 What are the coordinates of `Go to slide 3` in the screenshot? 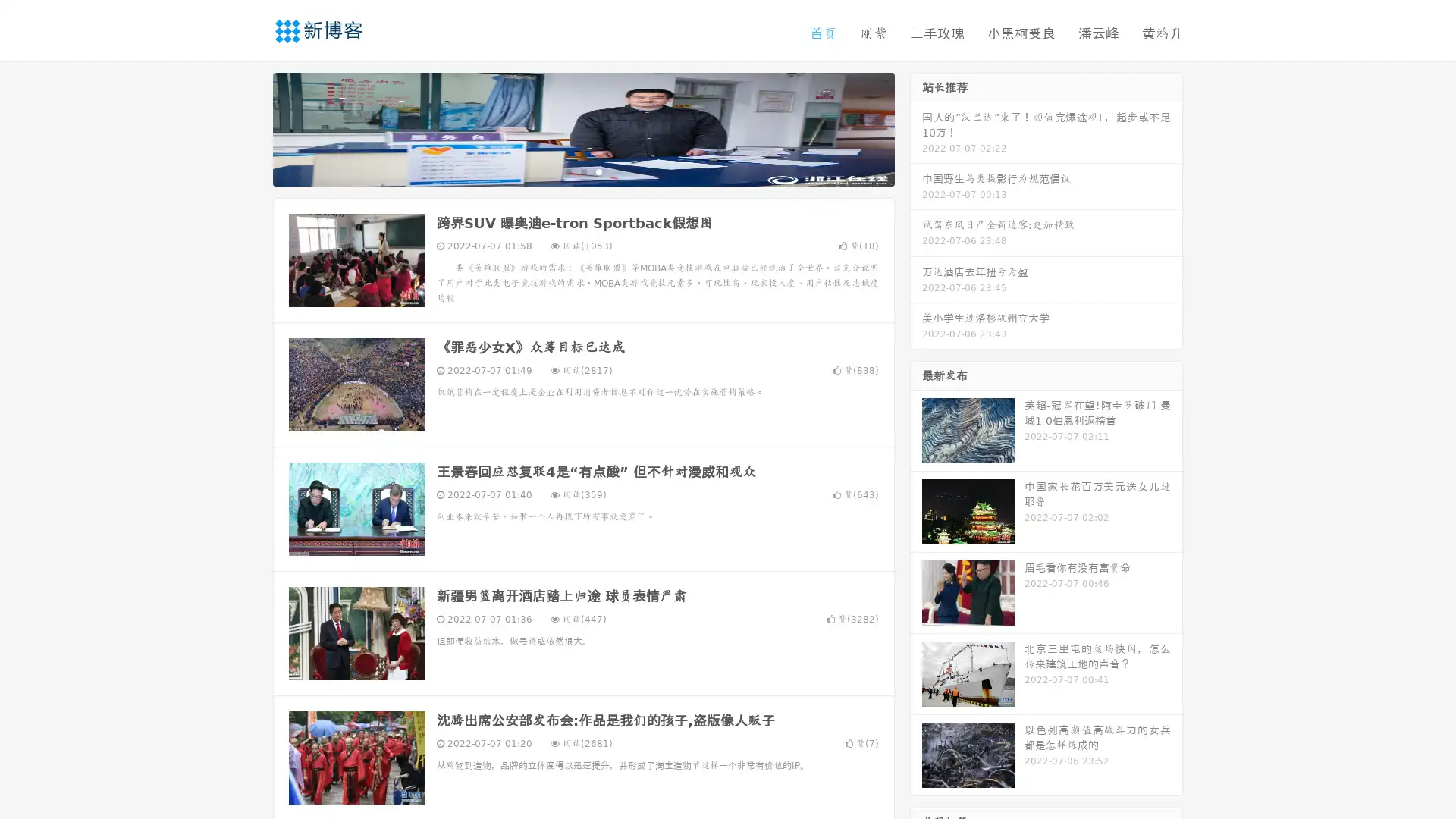 It's located at (598, 171).